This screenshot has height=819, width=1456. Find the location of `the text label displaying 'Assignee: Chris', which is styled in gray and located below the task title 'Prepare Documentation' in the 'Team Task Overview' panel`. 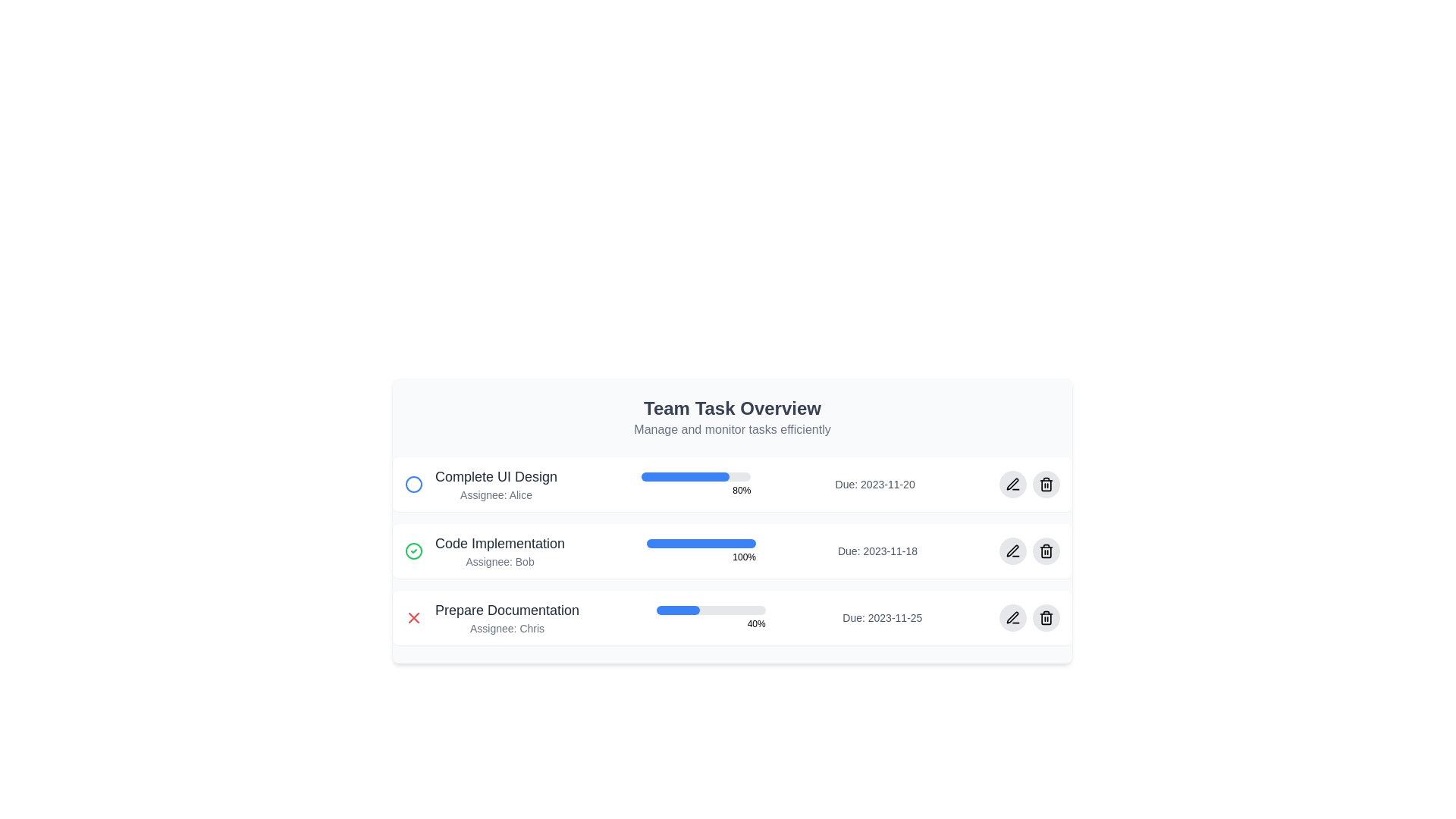

the text label displaying 'Assignee: Chris', which is styled in gray and located below the task title 'Prepare Documentation' in the 'Team Task Overview' panel is located at coordinates (507, 629).